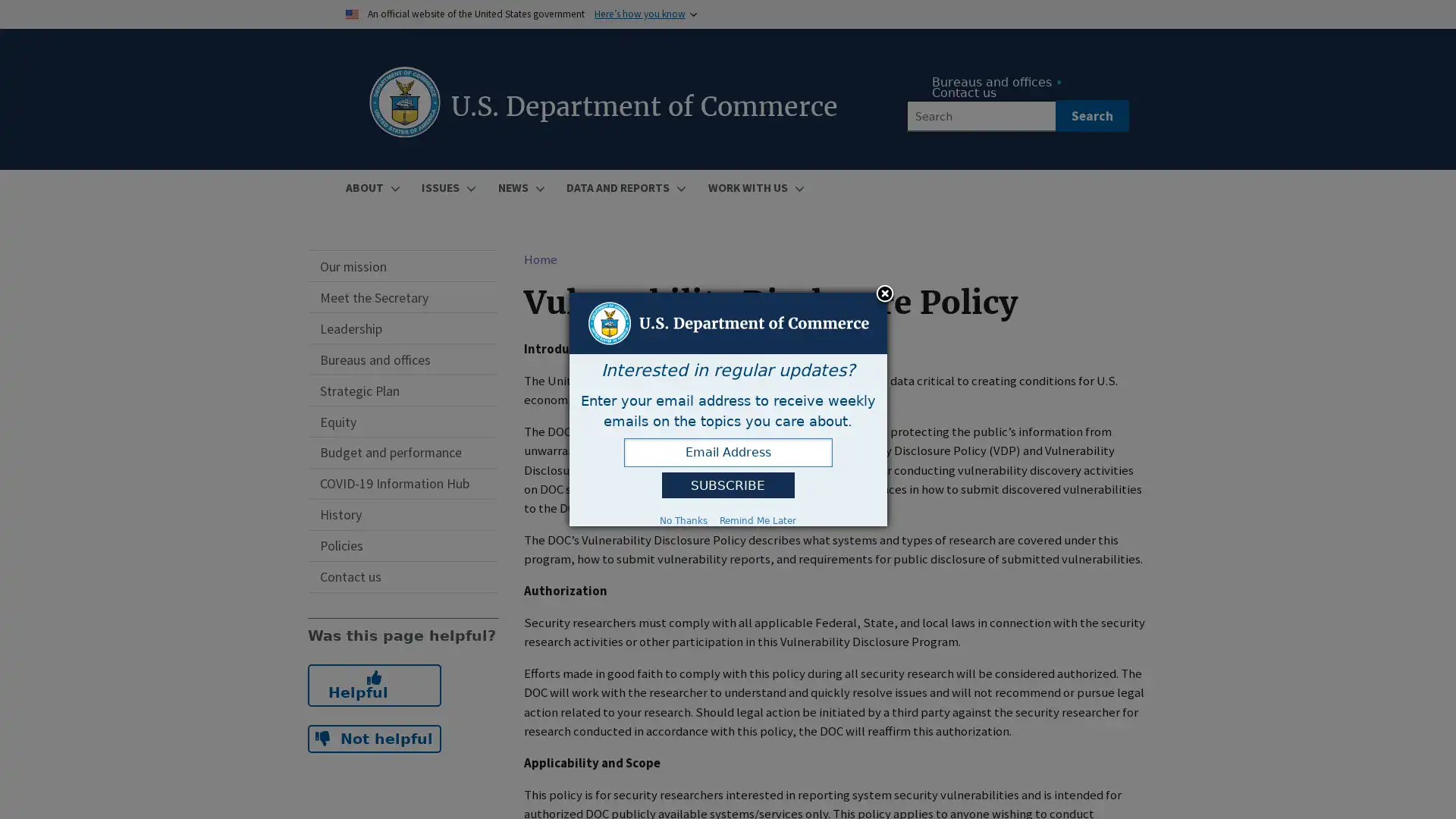 Image resolution: width=1456 pixels, height=819 pixels. I want to click on ABOUT, so click(371, 187).